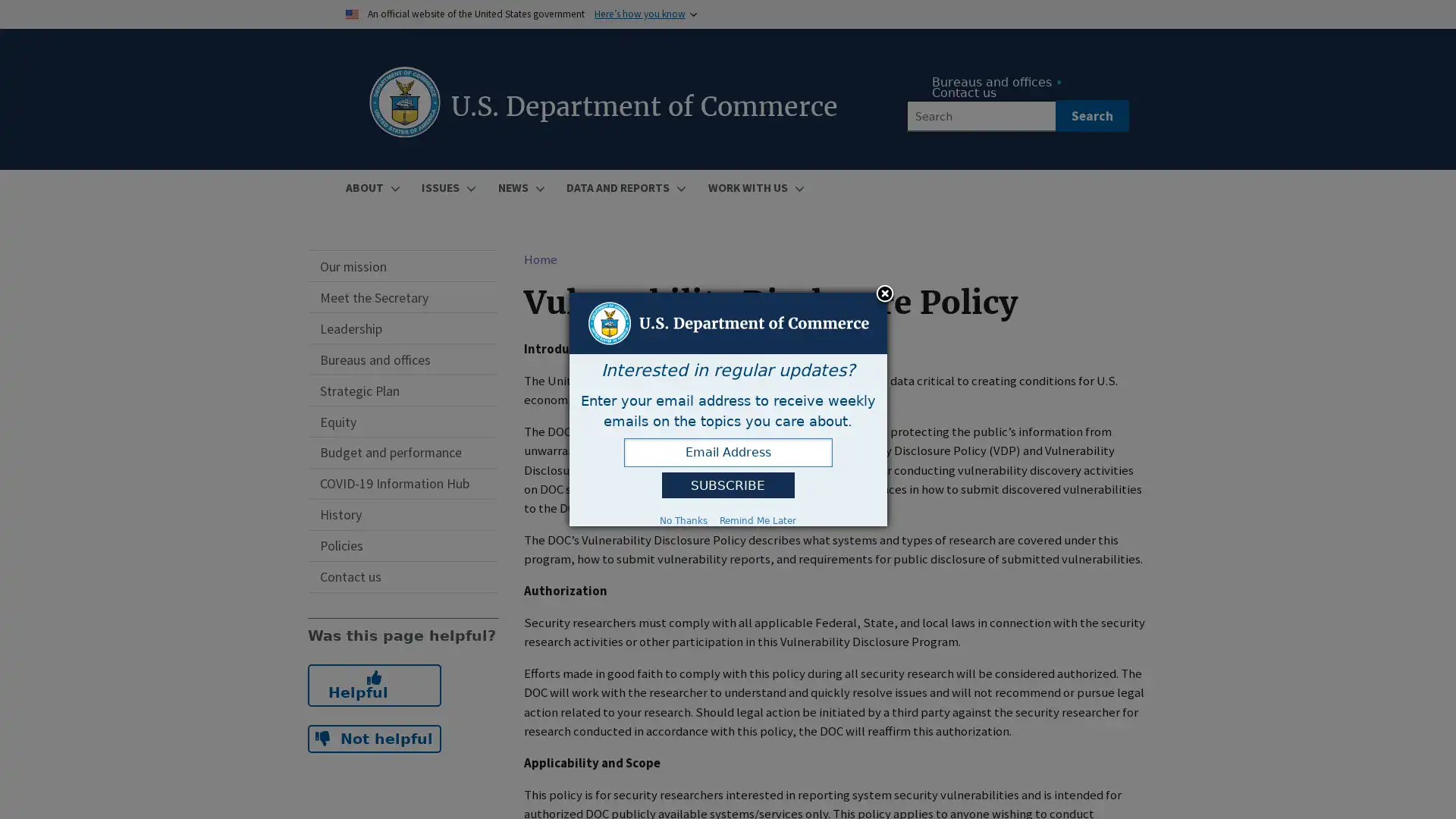 Image resolution: width=1456 pixels, height=819 pixels. I want to click on ABOUT, so click(371, 187).